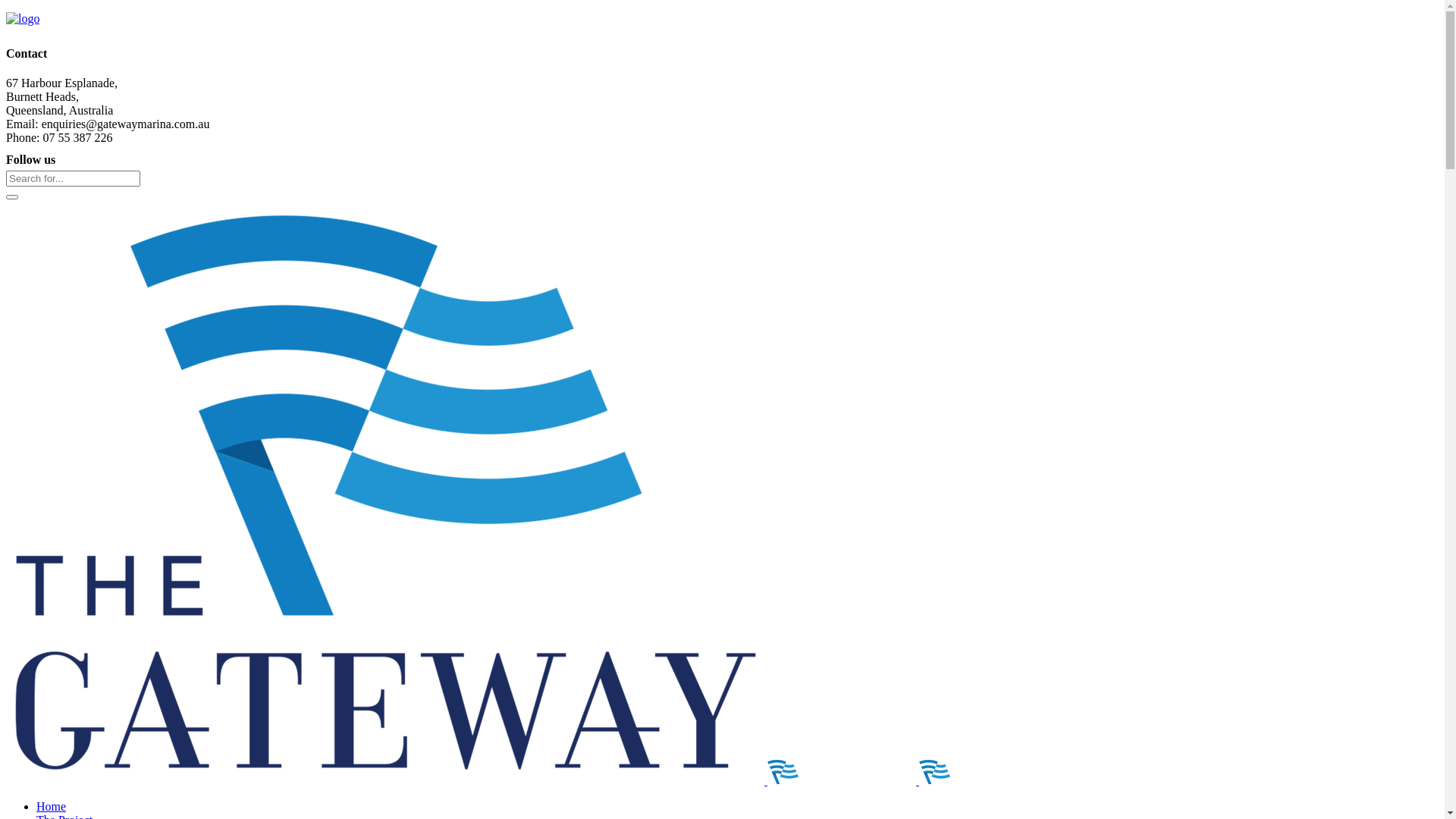 This screenshot has height=819, width=1456. Describe the element at coordinates (36, 805) in the screenshot. I see `'Home'` at that location.